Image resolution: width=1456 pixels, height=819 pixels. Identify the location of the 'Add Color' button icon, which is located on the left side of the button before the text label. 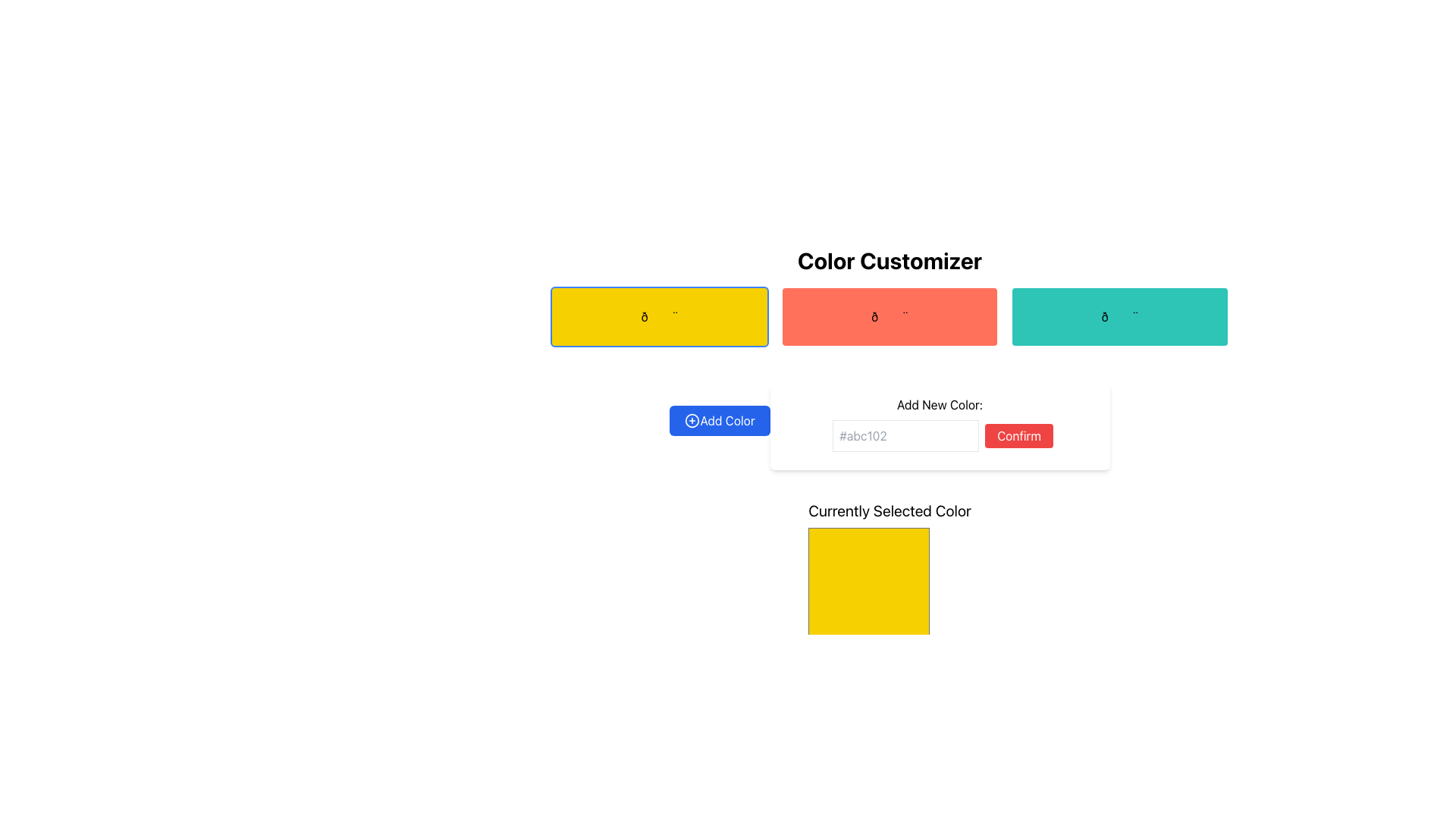
(692, 421).